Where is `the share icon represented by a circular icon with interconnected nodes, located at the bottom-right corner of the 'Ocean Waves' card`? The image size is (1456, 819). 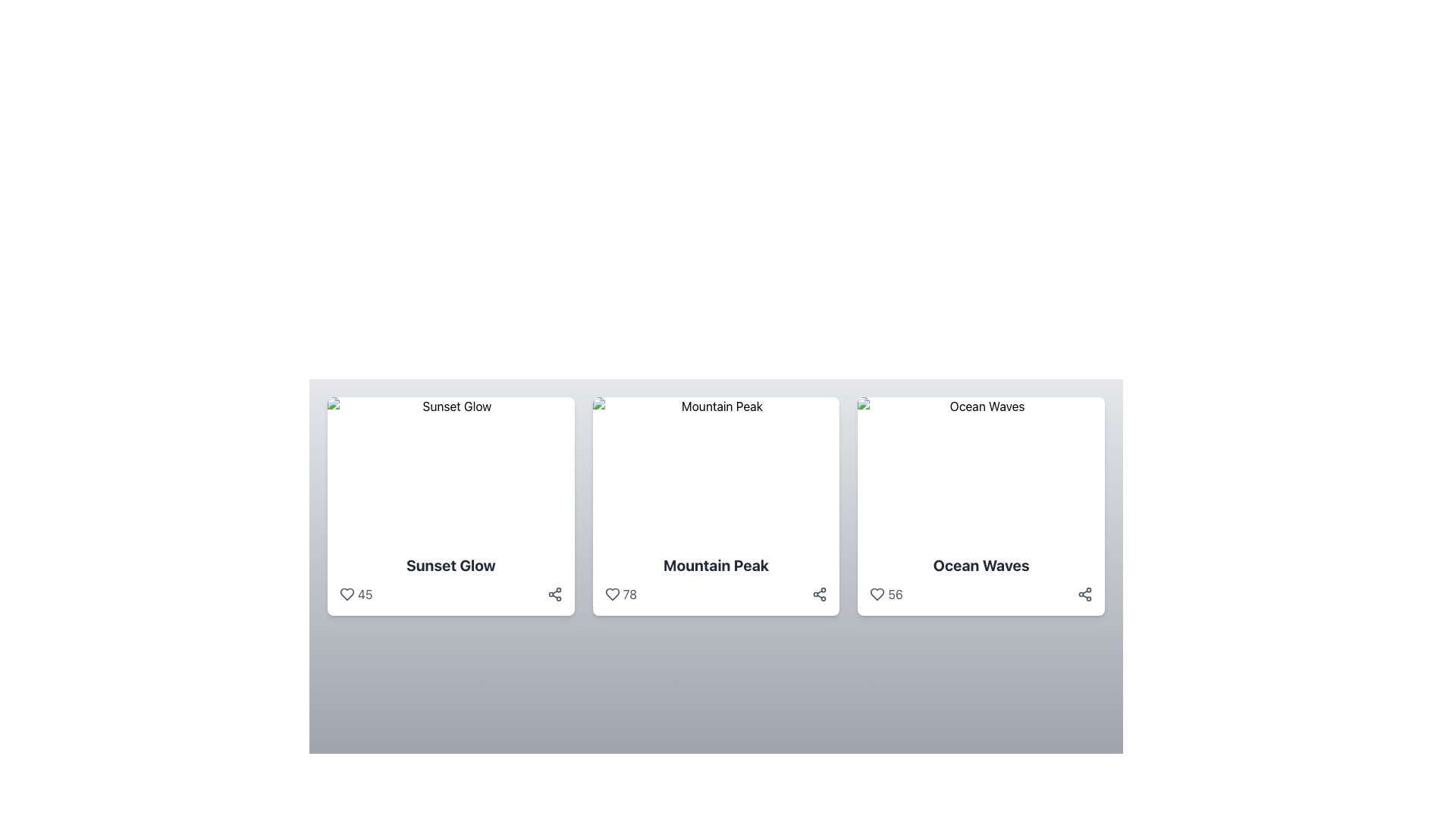
the share icon represented by a circular icon with interconnected nodes, located at the bottom-right corner of the 'Ocean Waves' card is located at coordinates (1084, 593).